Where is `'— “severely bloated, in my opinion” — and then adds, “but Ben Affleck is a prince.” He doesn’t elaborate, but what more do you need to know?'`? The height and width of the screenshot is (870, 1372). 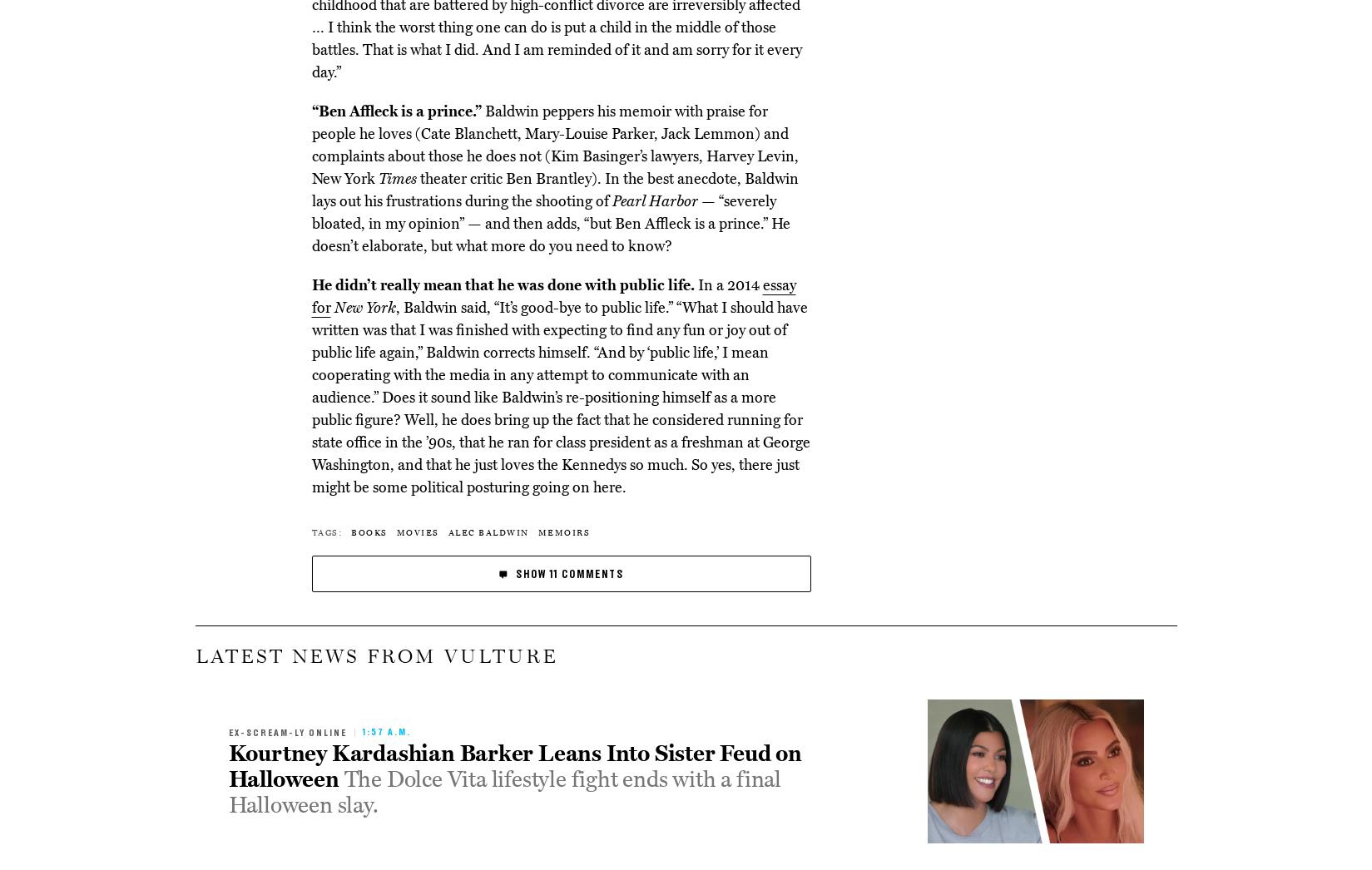
'— “severely bloated, in my opinion” — and then adds, “but Ben Affleck is a prince.” He doesn’t elaborate, but what more do you need to know?' is located at coordinates (310, 222).